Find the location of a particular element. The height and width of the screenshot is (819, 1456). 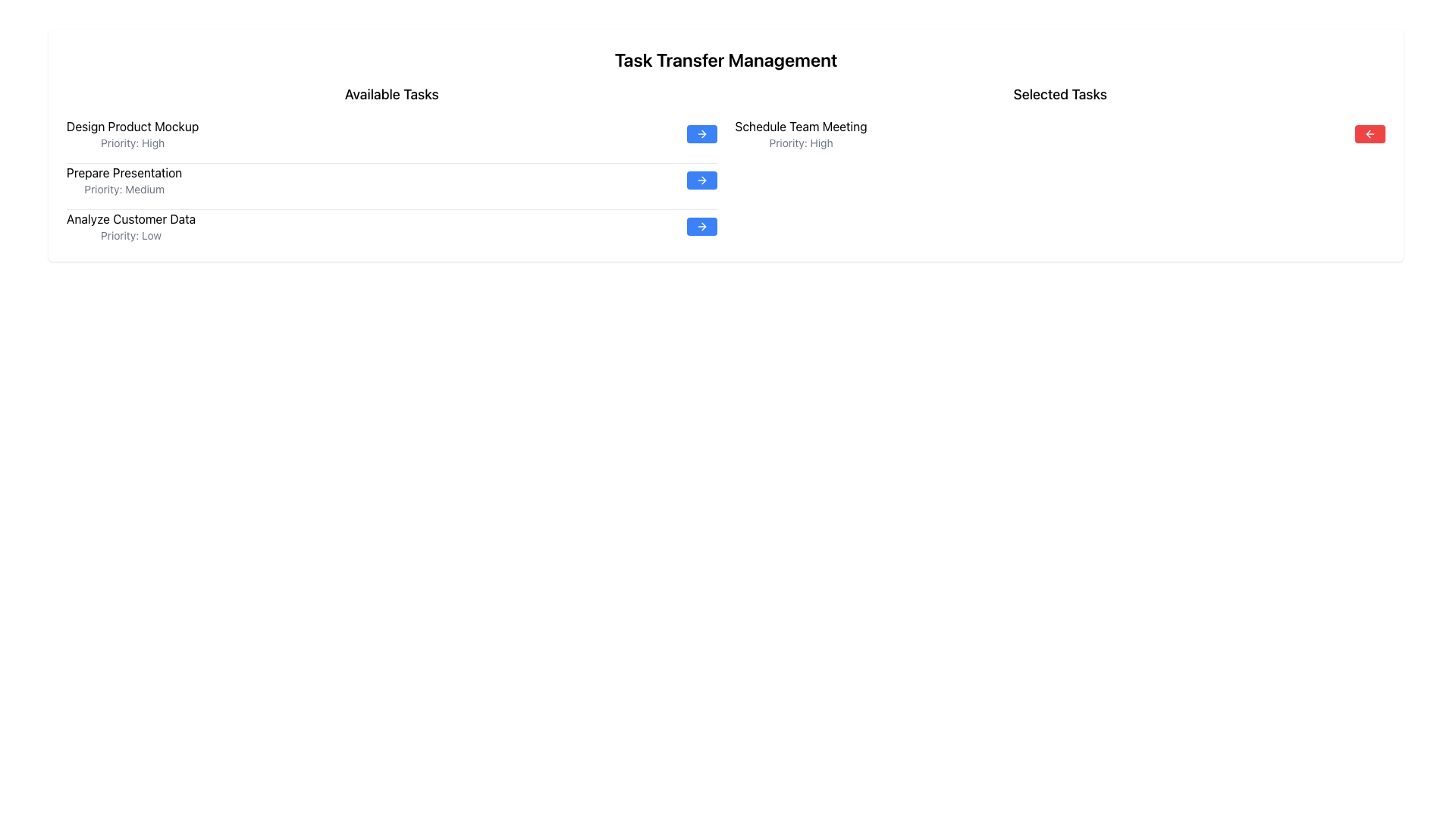

the prominent 'Available Tasks' label styled as large, bold text located at the top of the left panel in the Task Transfer Management layout is located at coordinates (391, 94).